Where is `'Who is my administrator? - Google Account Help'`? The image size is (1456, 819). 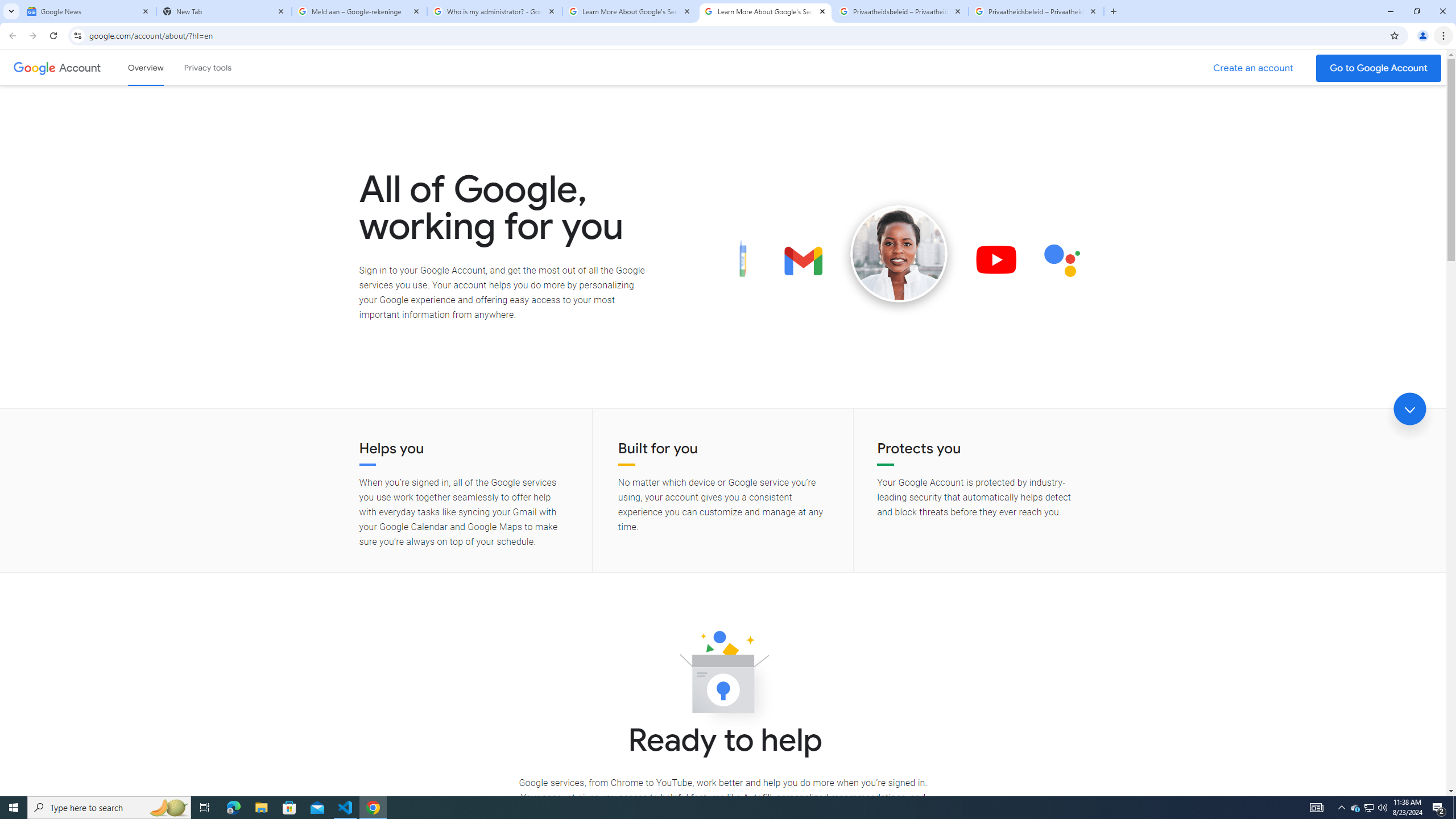
'Who is my administrator? - Google Account Help' is located at coordinates (494, 11).